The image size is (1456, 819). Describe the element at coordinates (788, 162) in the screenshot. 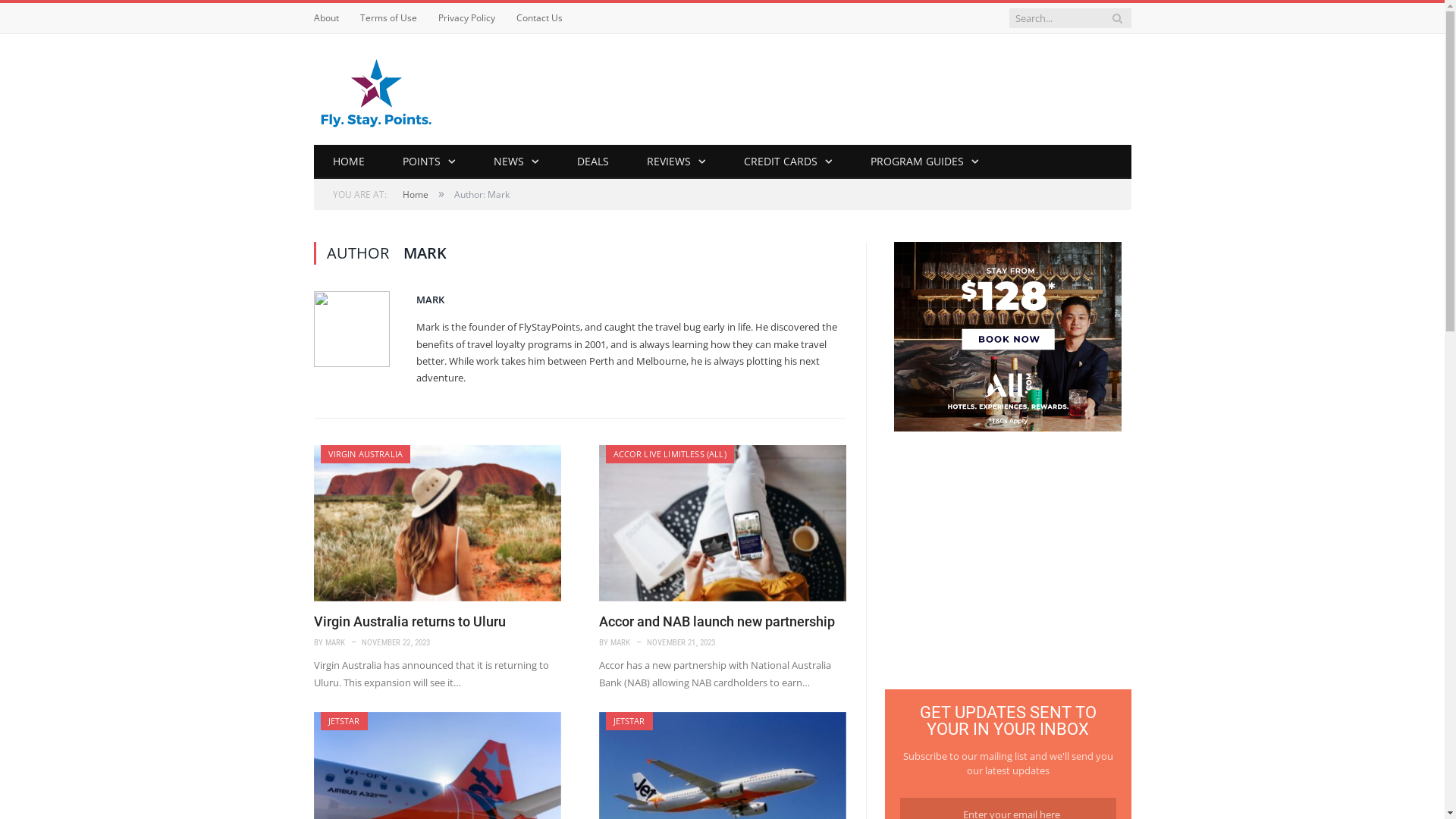

I see `'CREDIT CARDS'` at that location.